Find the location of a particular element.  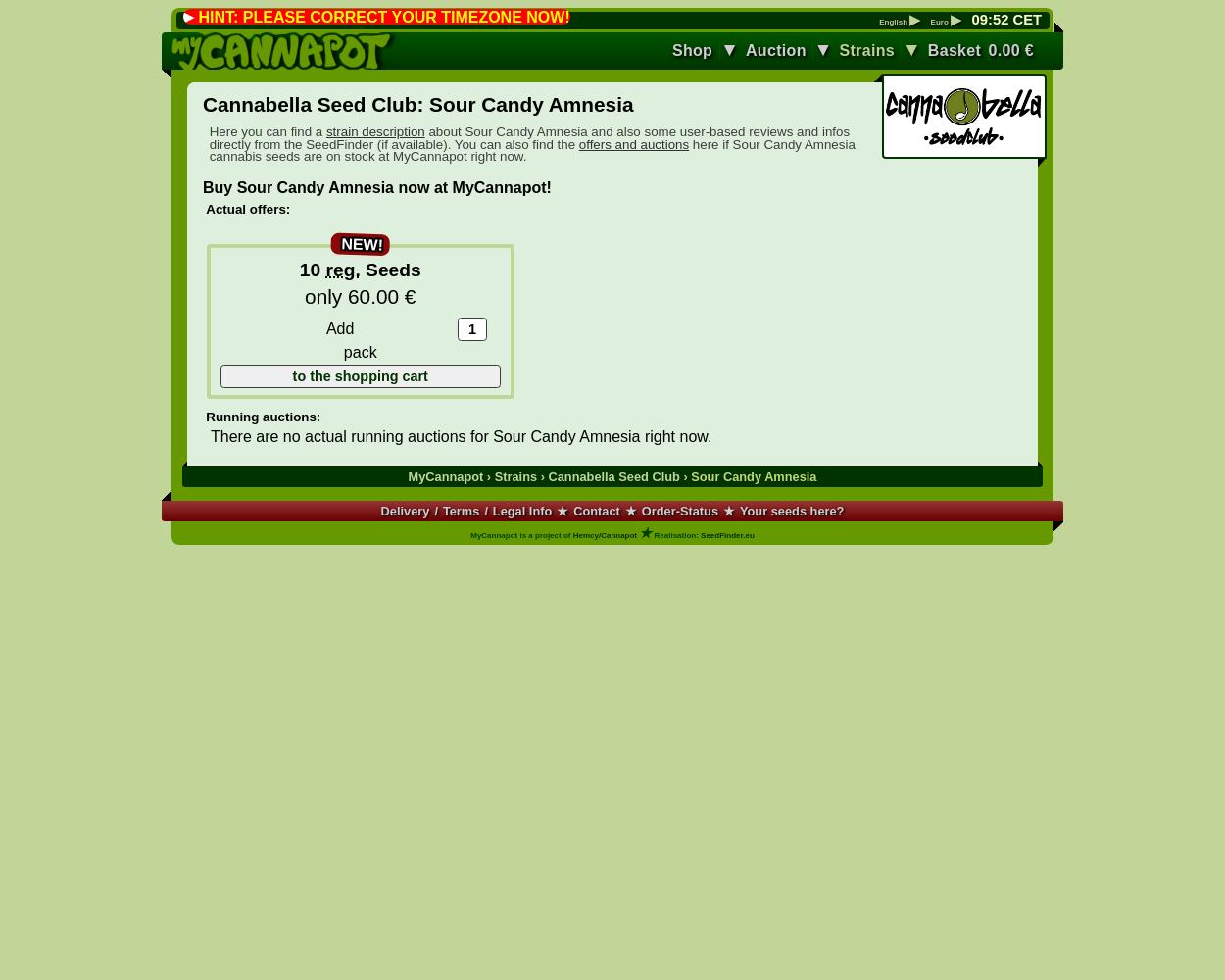

'Shop' is located at coordinates (691, 49).